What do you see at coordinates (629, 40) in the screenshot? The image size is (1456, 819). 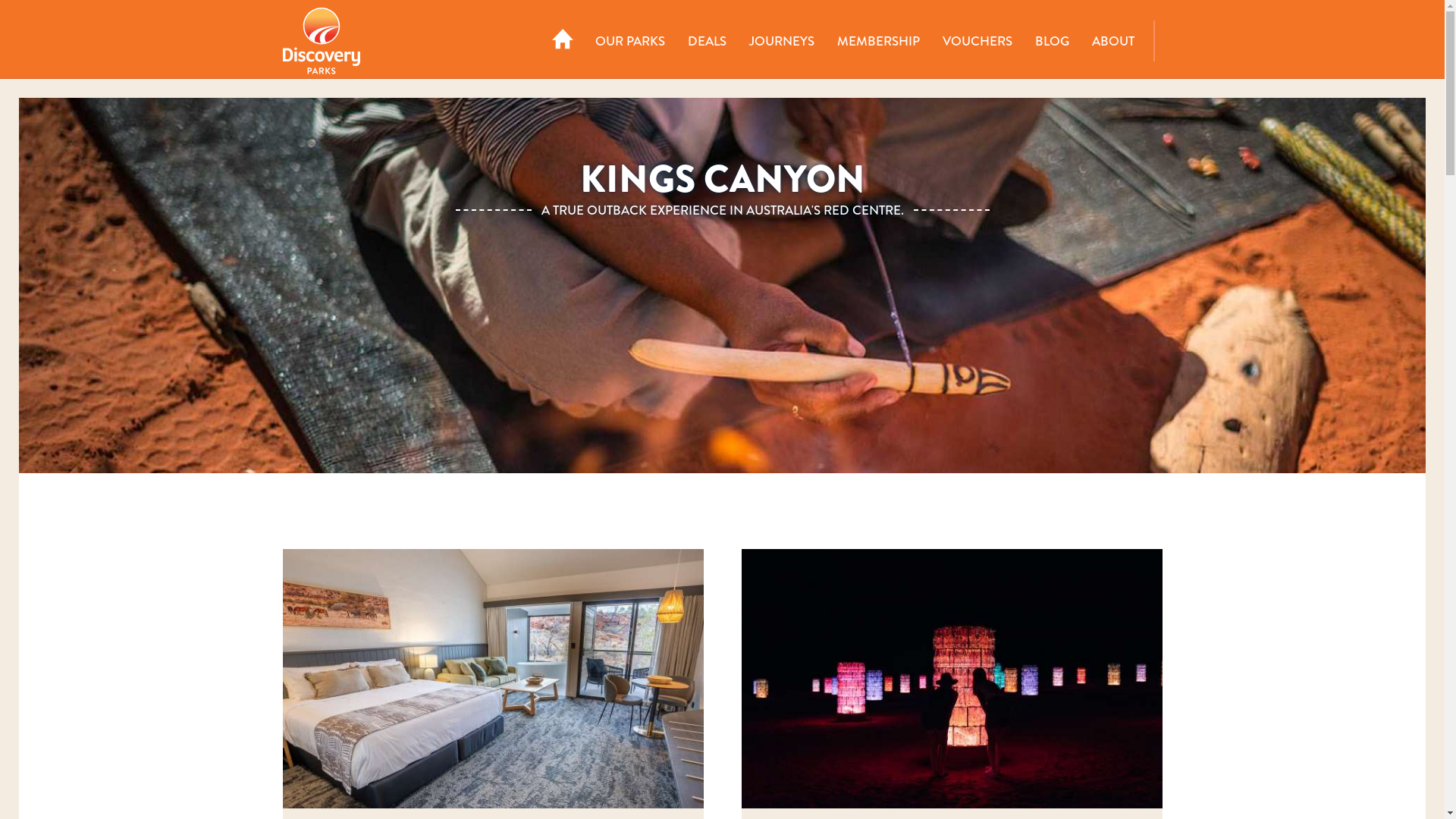 I see `'OUR PARKS'` at bounding box center [629, 40].